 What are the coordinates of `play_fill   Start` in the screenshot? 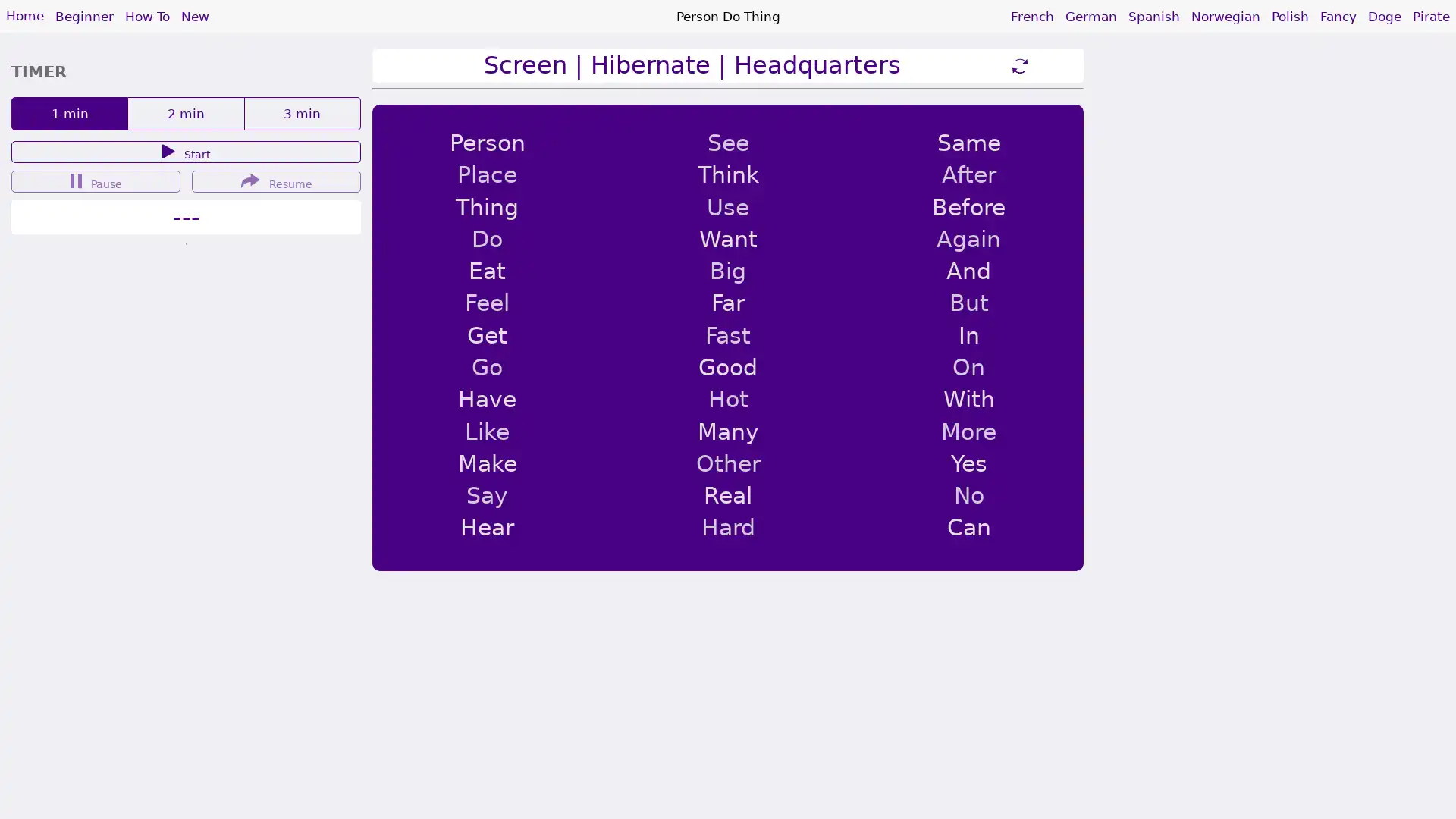 It's located at (185, 152).